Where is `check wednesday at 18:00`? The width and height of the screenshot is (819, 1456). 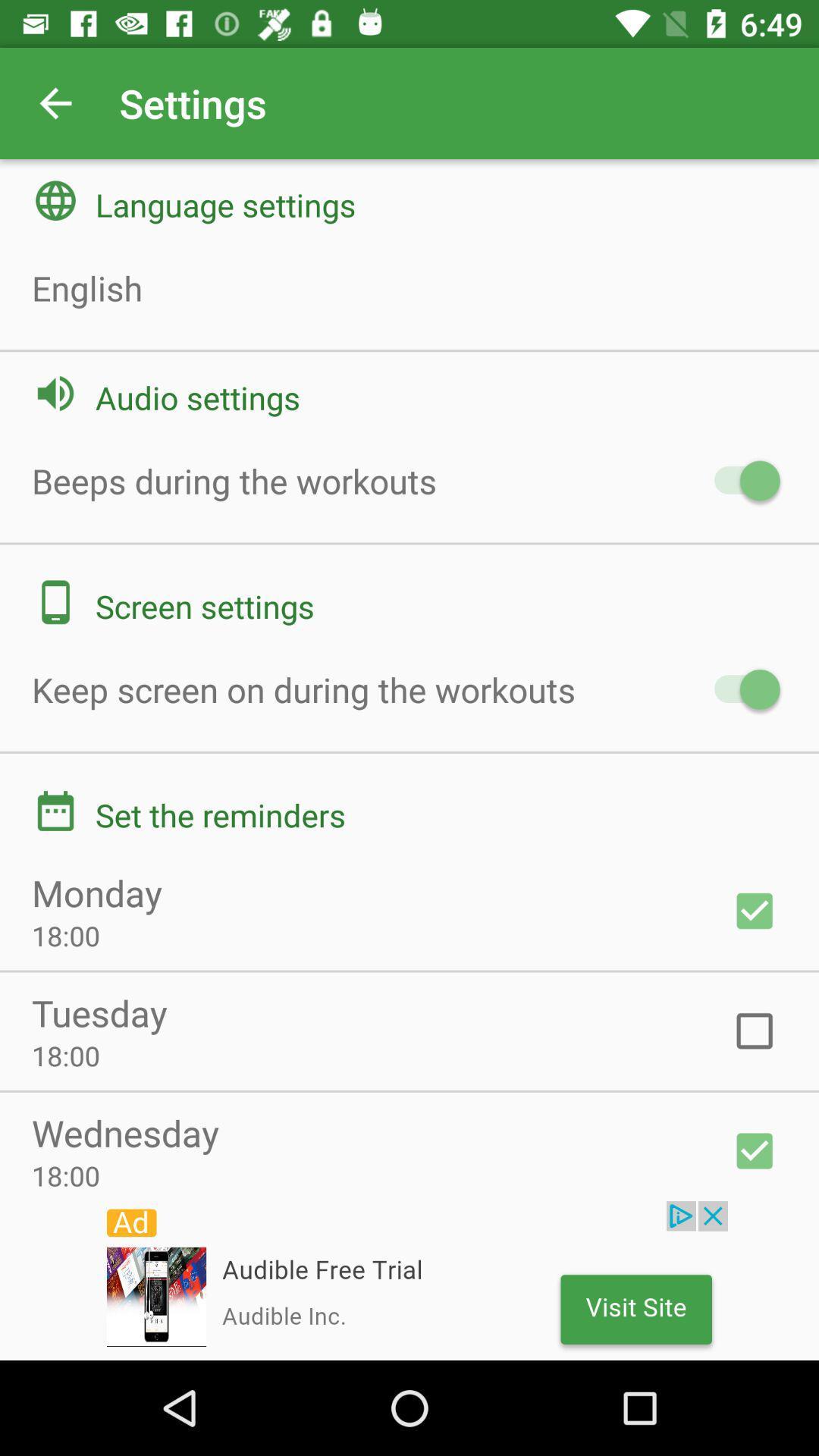 check wednesday at 18:00 is located at coordinates (755, 1150).